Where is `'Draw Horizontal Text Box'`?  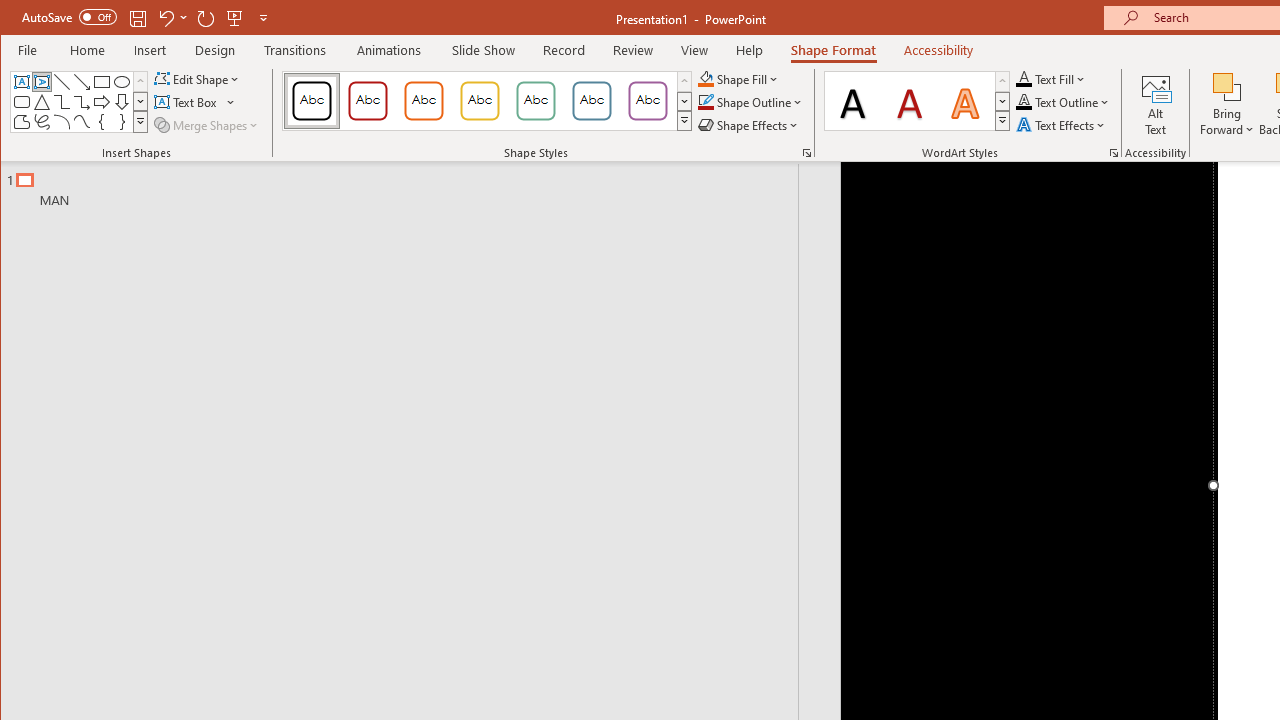
'Draw Horizontal Text Box' is located at coordinates (187, 102).